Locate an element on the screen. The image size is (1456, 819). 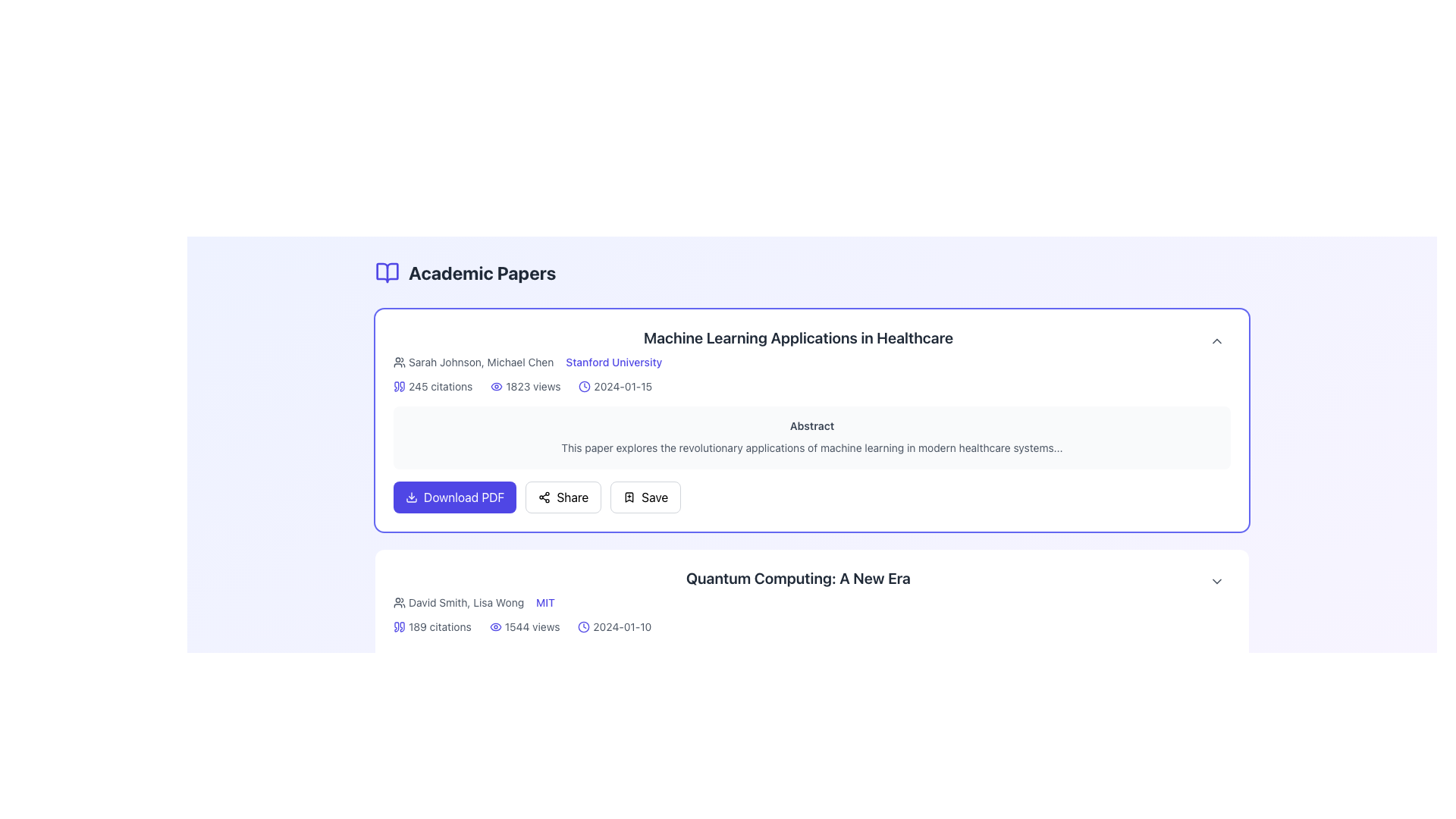
the small circular clock icon with a thin outline and two hands, located to the left of the date '2024-01-15' in the header of the first paper card is located at coordinates (584, 385).